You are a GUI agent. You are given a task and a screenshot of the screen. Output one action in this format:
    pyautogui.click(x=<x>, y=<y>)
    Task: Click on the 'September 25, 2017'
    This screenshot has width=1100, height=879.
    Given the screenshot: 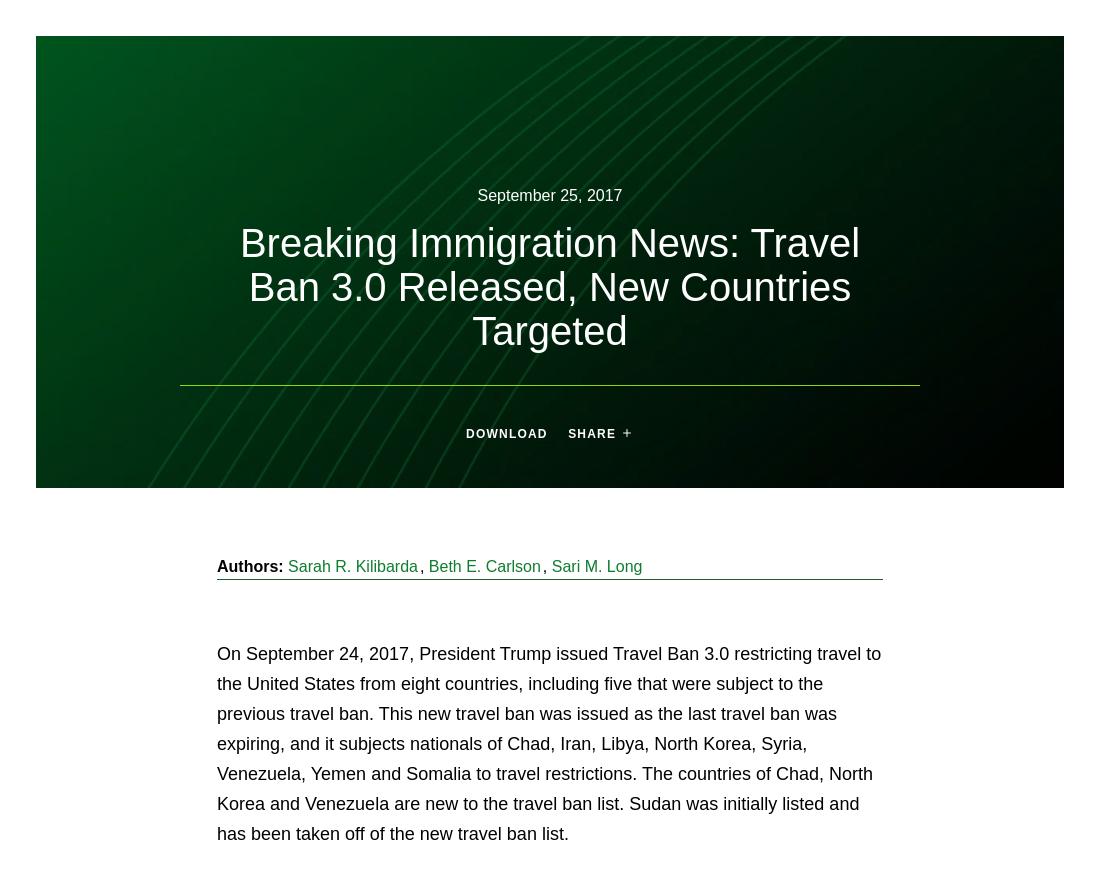 What is the action you would take?
    pyautogui.click(x=549, y=194)
    